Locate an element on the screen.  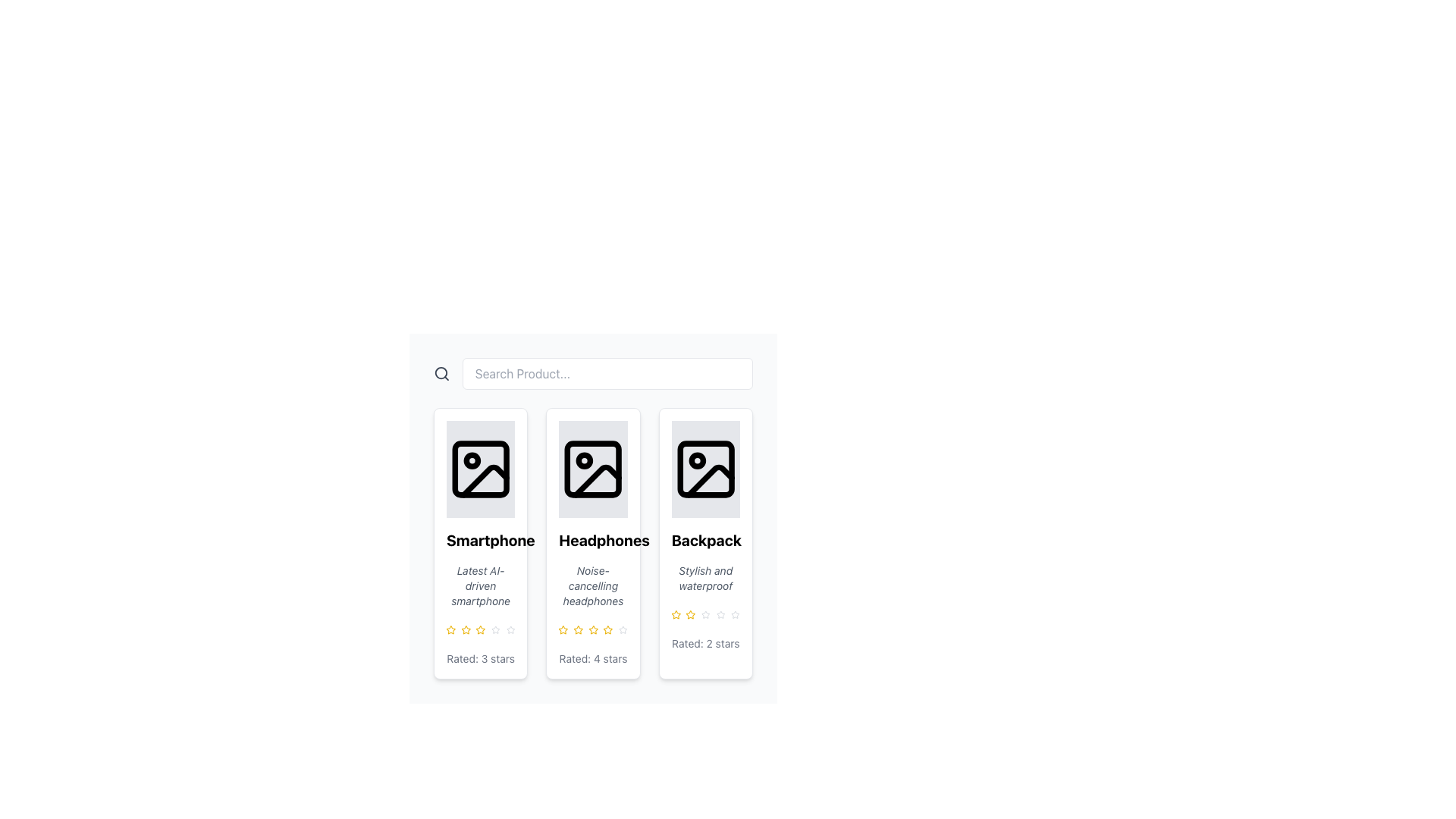
descriptive text about the product's features located in the third product card under the title 'Backpack' is located at coordinates (704, 579).